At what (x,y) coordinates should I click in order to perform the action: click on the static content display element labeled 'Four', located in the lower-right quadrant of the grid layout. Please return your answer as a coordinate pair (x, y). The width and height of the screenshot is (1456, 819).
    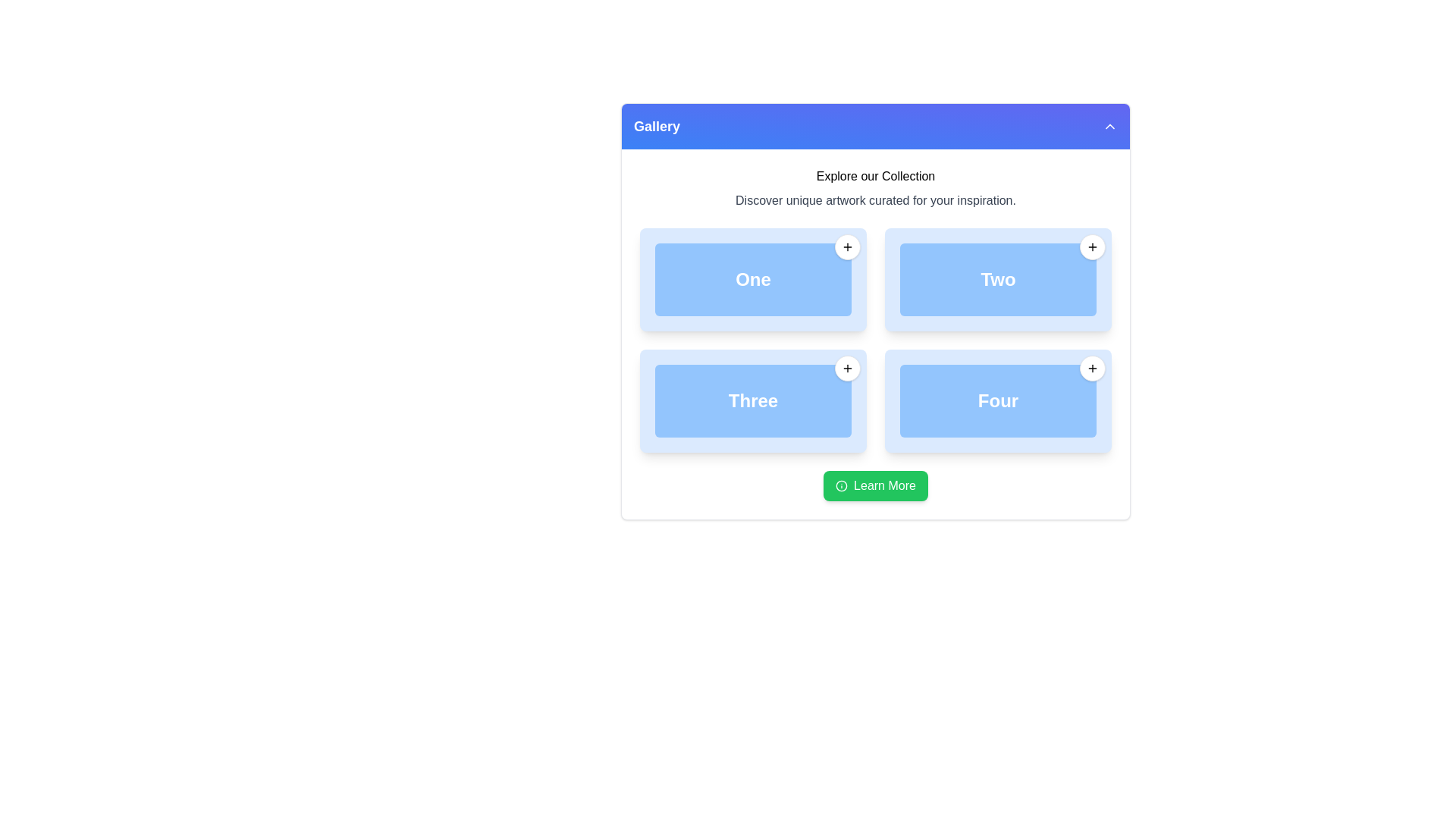
    Looking at the image, I should click on (998, 400).